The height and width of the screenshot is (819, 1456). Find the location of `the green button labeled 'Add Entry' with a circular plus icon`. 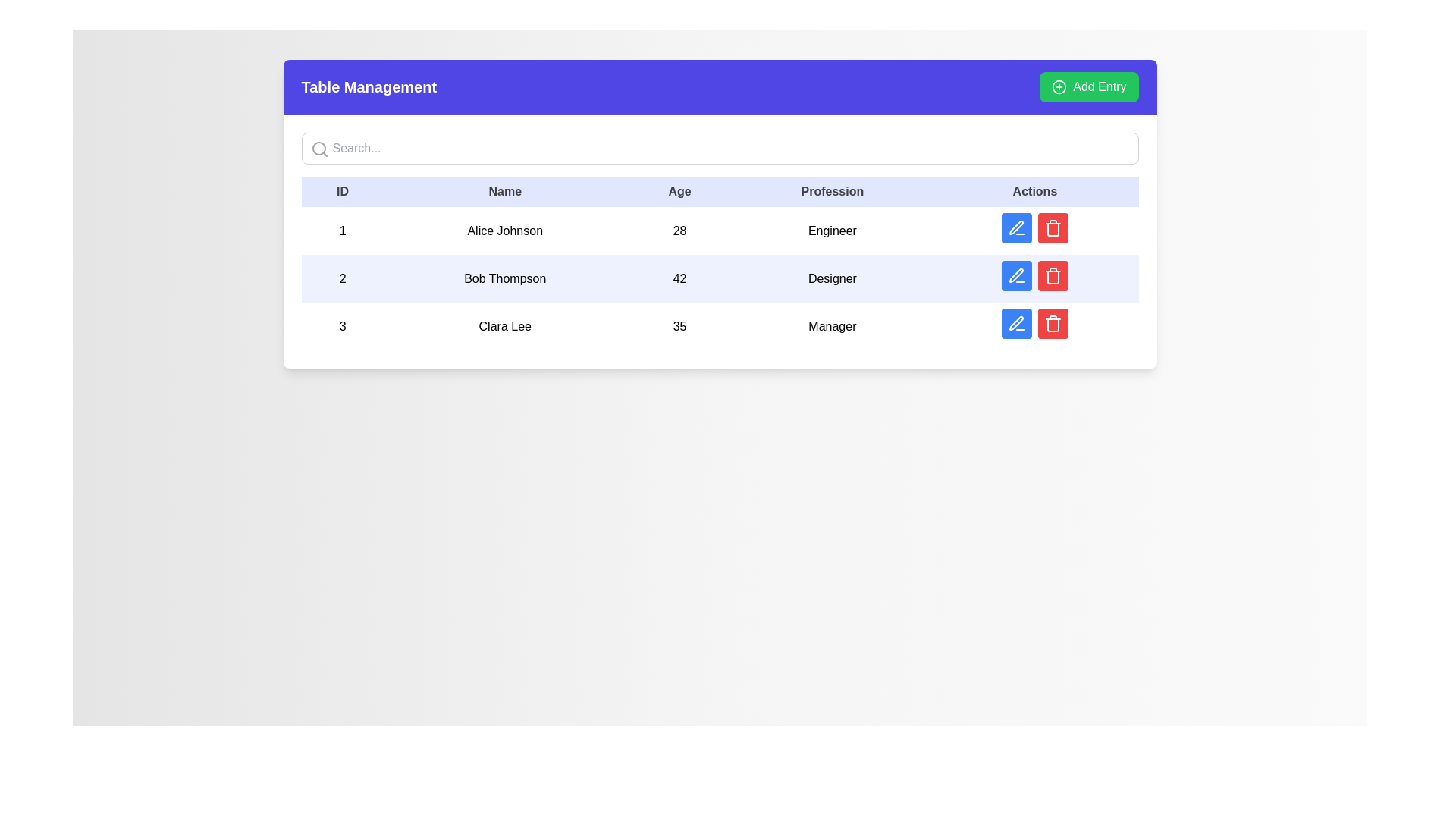

the green button labeled 'Add Entry' with a circular plus icon is located at coordinates (1088, 87).